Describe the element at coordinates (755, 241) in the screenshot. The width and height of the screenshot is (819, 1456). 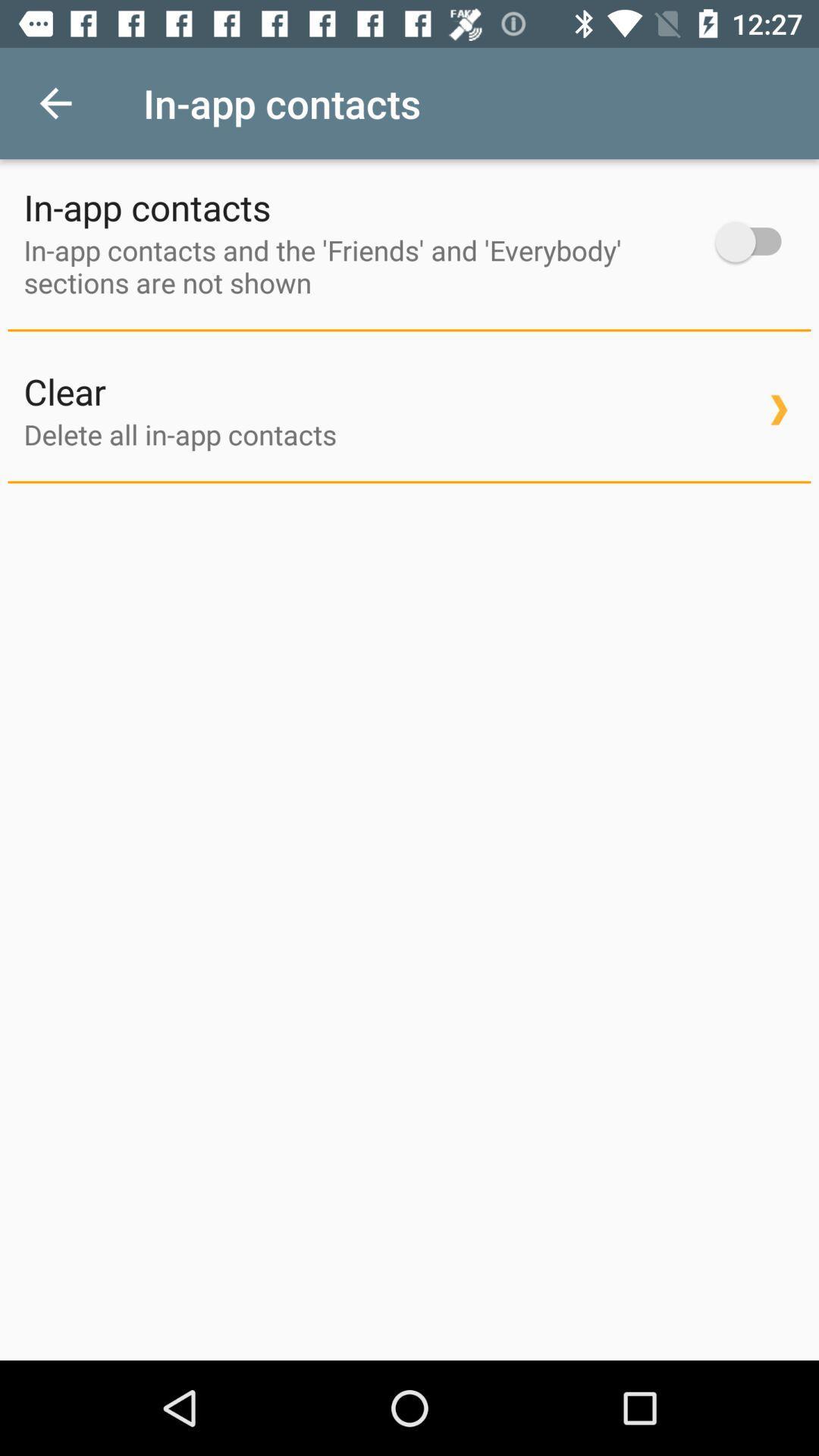
I see `in-app contacts` at that location.